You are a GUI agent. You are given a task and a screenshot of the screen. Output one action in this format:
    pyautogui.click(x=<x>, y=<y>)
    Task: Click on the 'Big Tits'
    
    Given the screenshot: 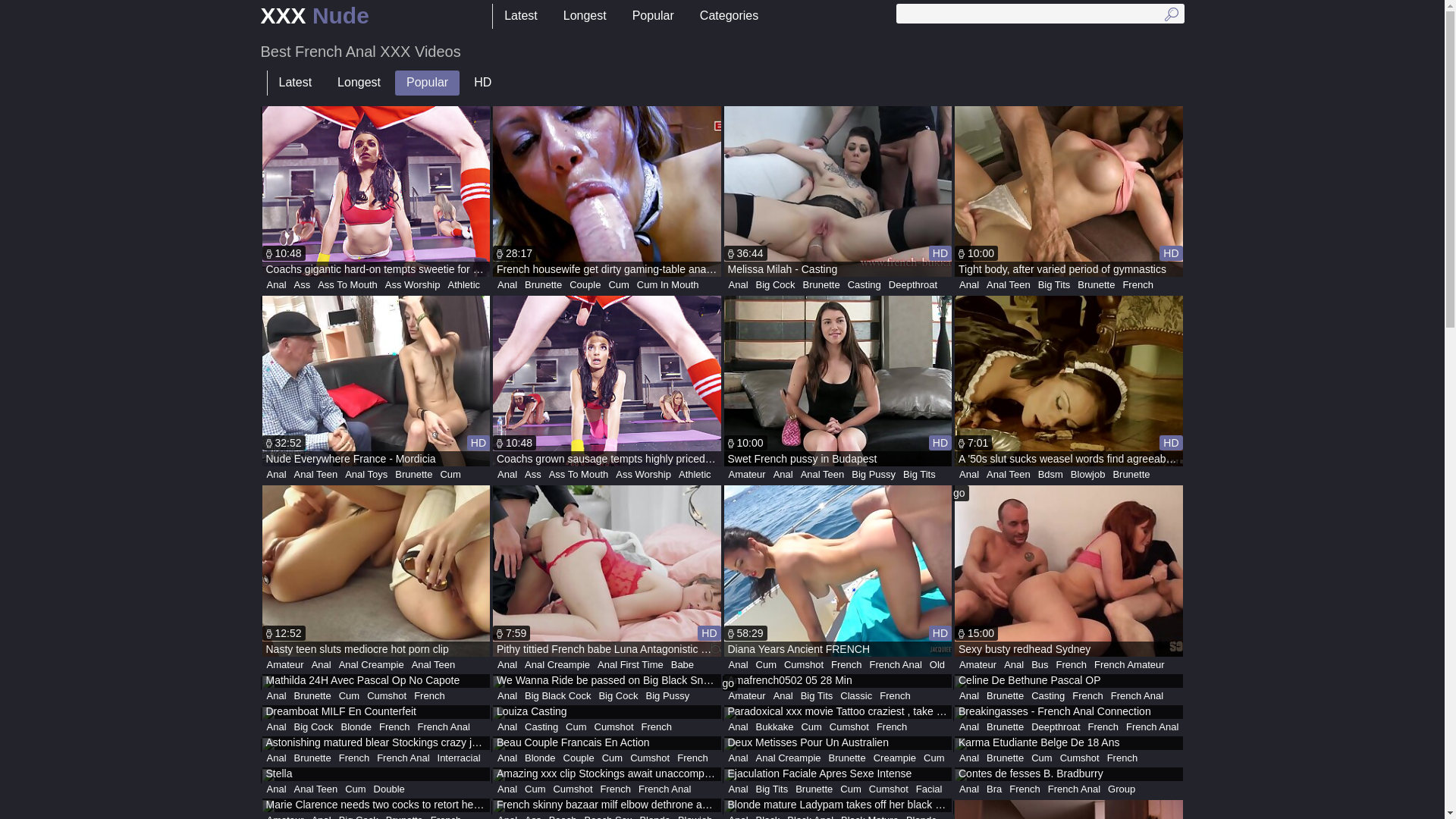 What is the action you would take?
    pyautogui.click(x=1053, y=284)
    